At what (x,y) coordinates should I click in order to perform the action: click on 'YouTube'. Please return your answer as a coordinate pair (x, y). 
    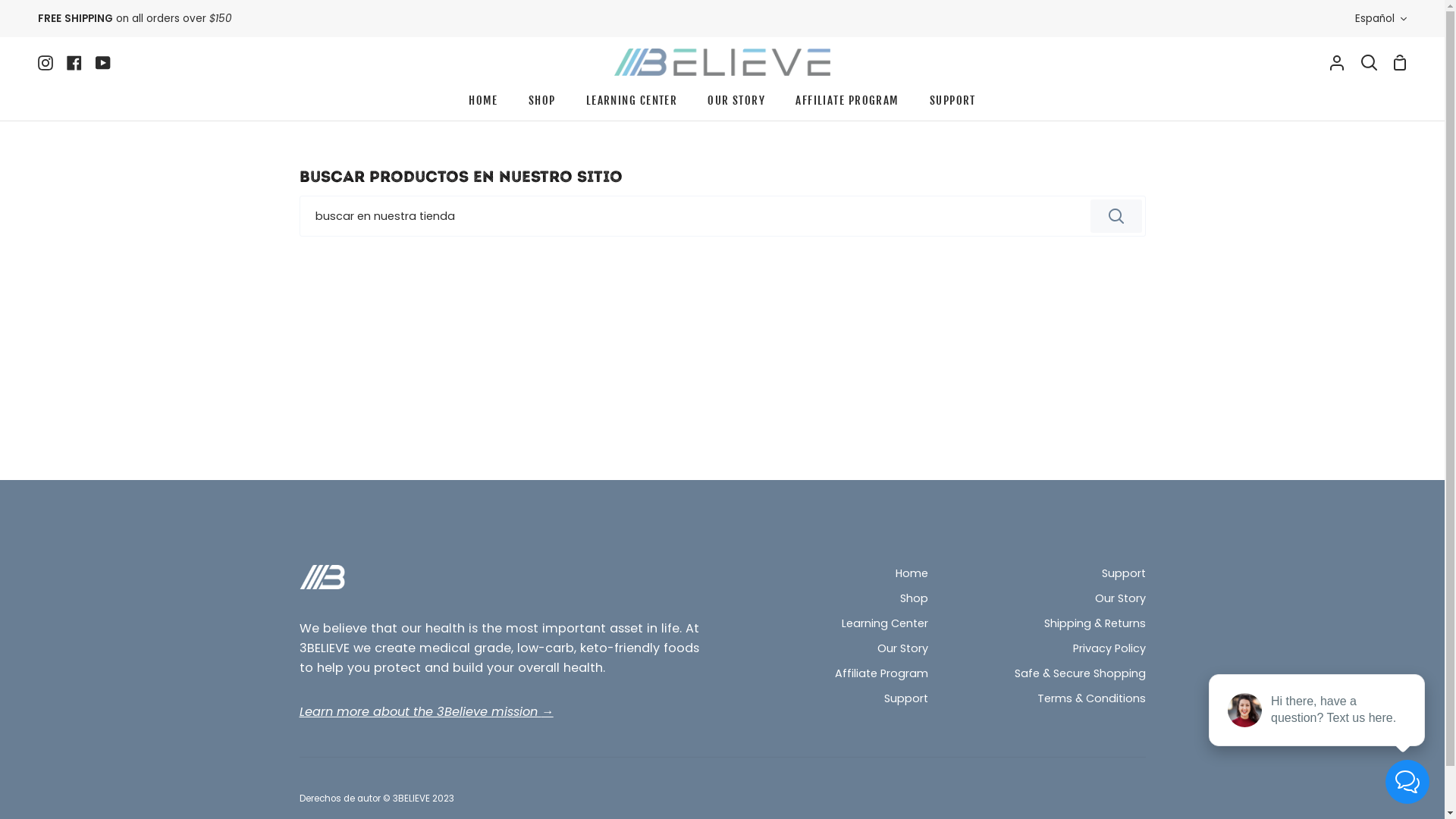
    Looking at the image, I should click on (102, 61).